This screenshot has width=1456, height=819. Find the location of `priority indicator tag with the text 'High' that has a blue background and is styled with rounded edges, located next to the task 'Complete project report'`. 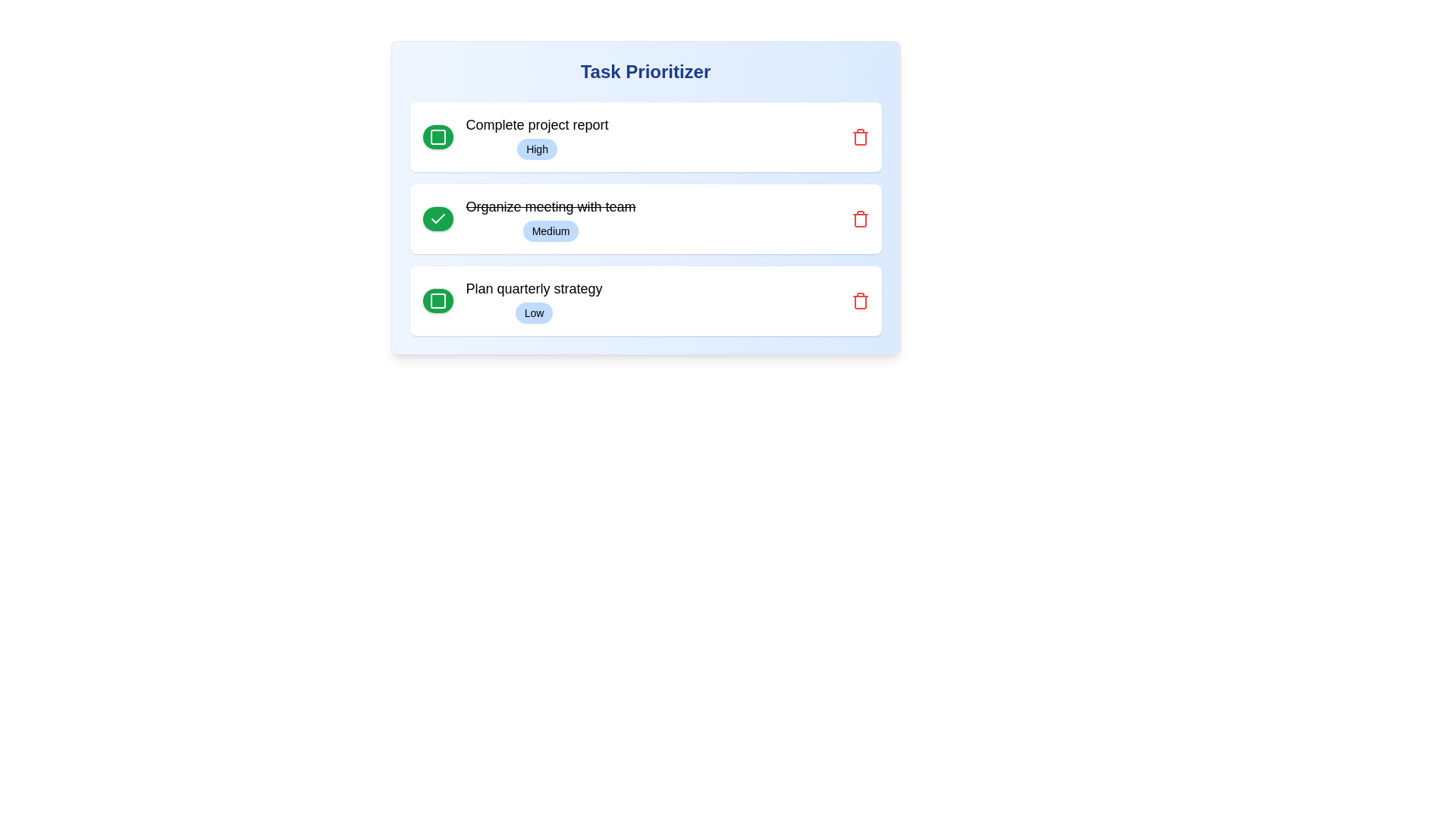

priority indicator tag with the text 'High' that has a blue background and is styled with rounded edges, located next to the task 'Complete project report' is located at coordinates (537, 149).